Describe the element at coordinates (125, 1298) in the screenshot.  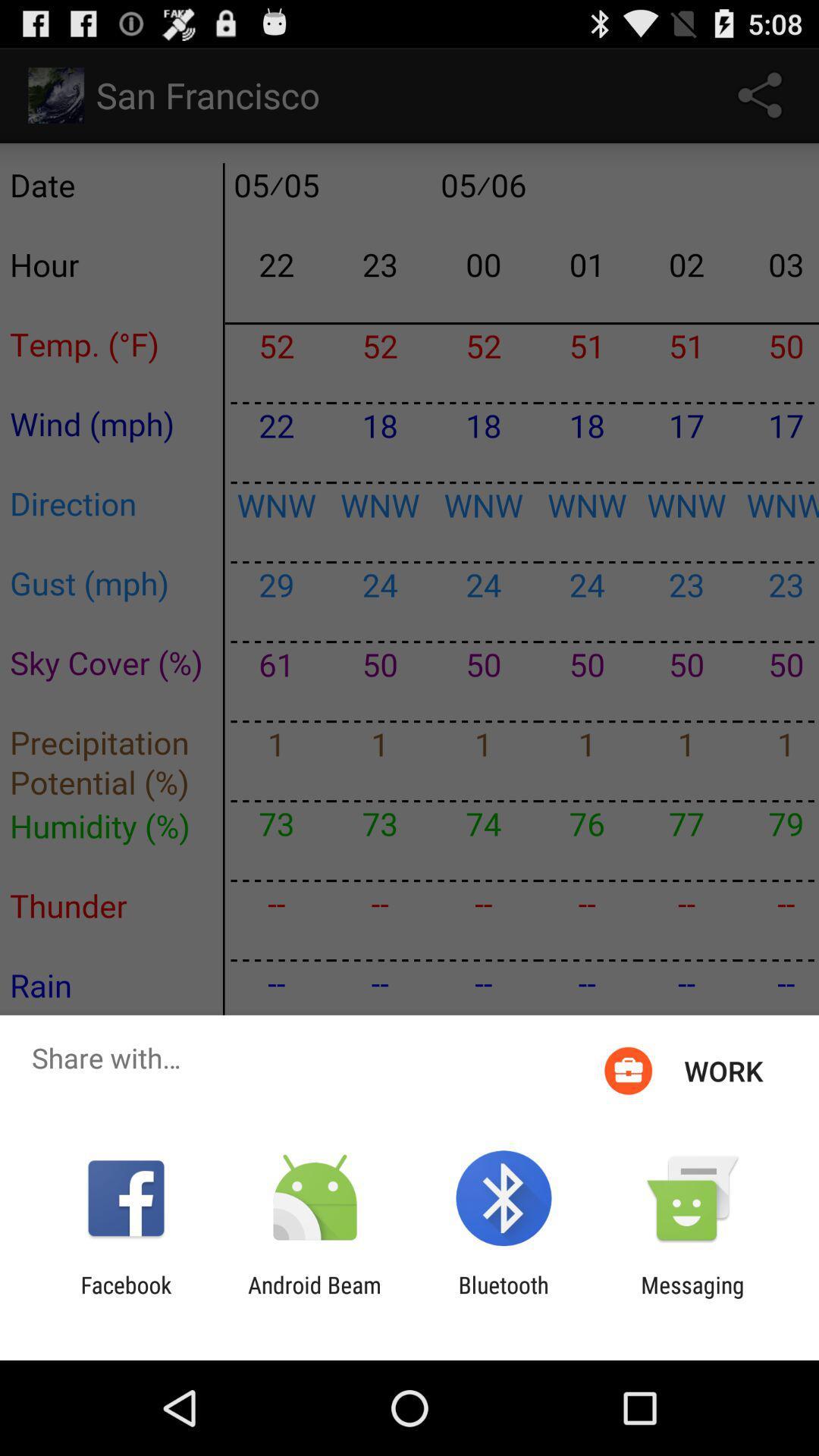
I see `app next to android beam app` at that location.